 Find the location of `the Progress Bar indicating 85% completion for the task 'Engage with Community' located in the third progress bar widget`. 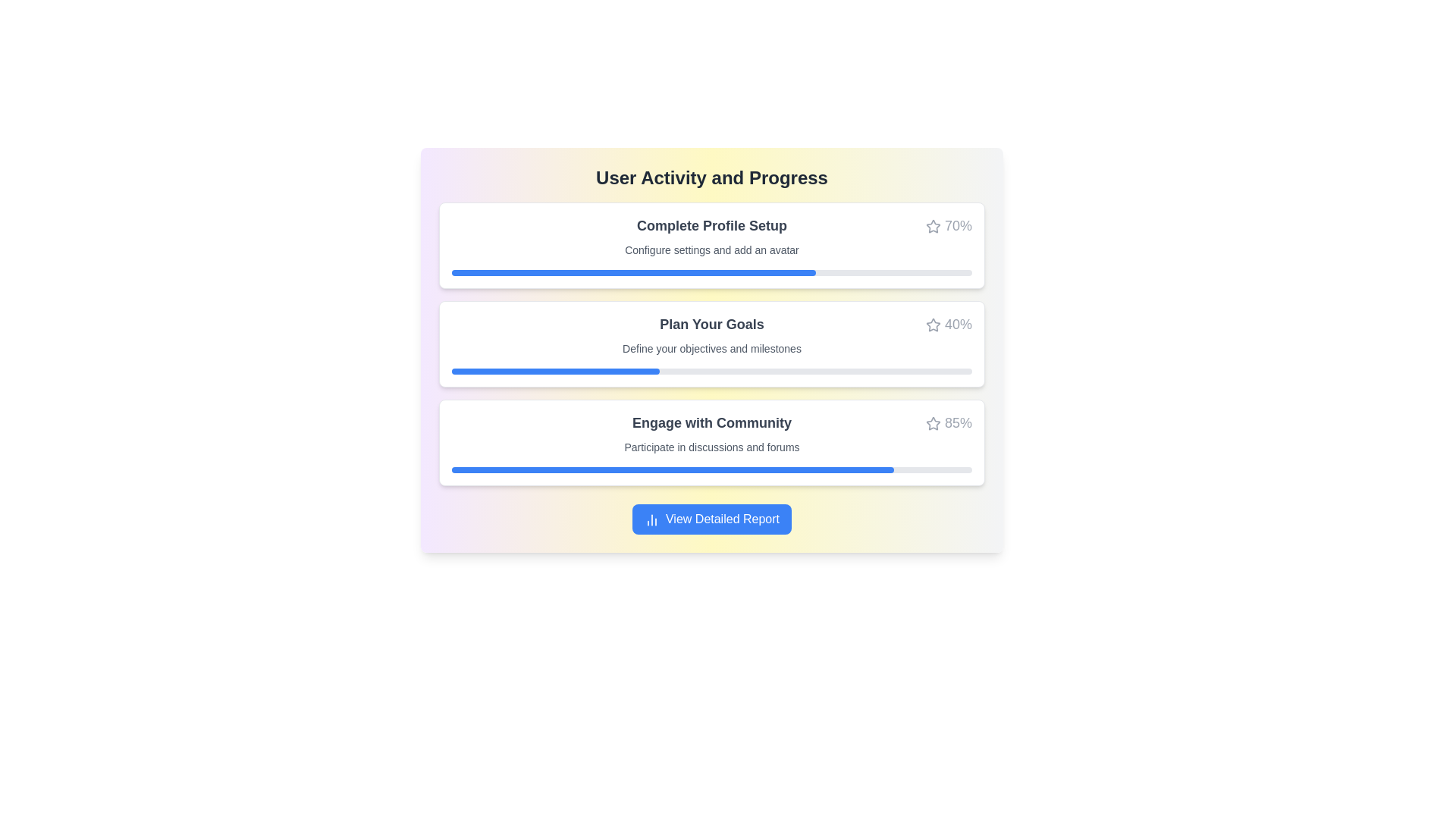

the Progress Bar indicating 85% completion for the task 'Engage with Community' located in the third progress bar widget is located at coordinates (672, 469).